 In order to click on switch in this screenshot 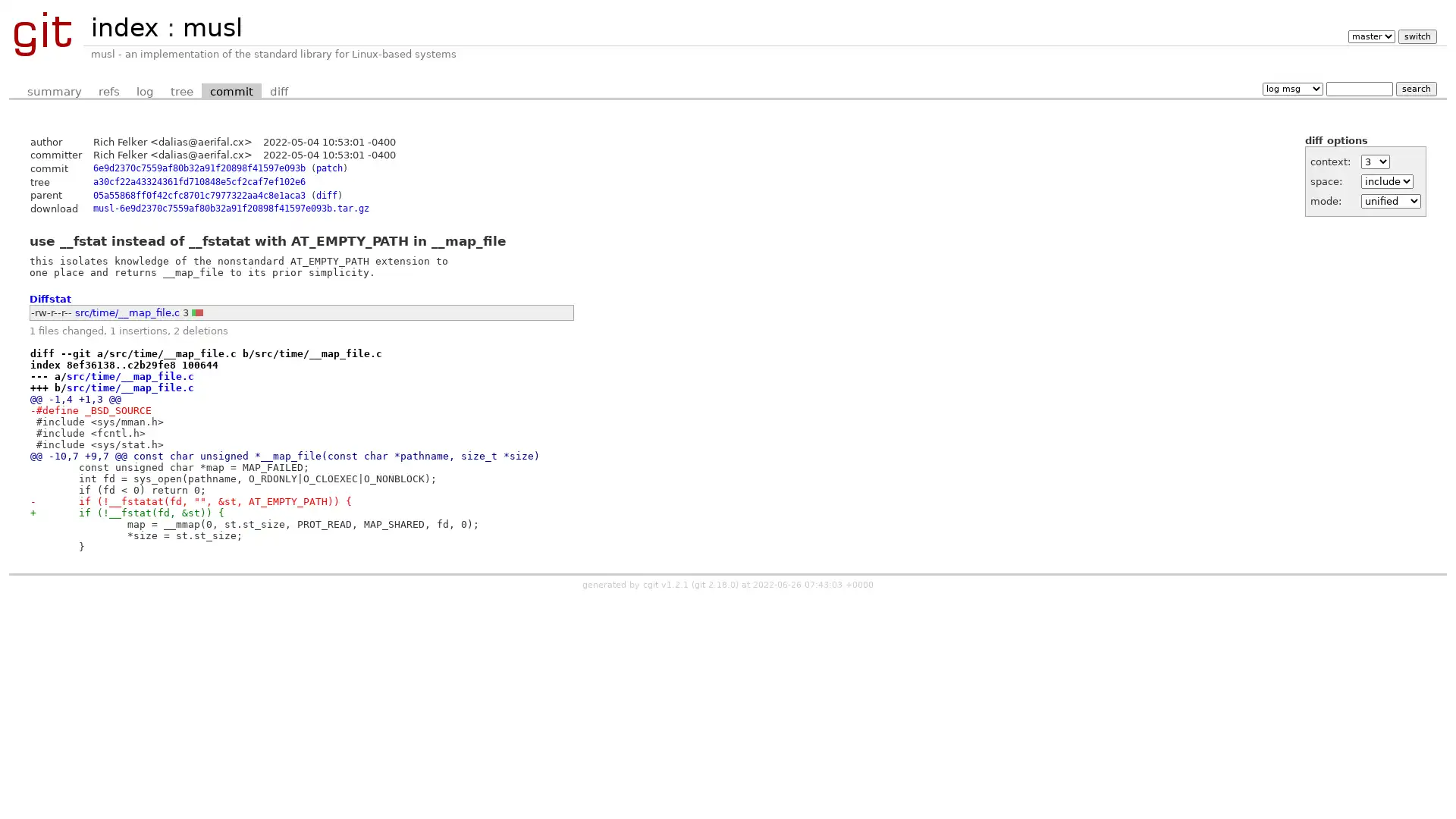, I will do `click(1416, 36)`.